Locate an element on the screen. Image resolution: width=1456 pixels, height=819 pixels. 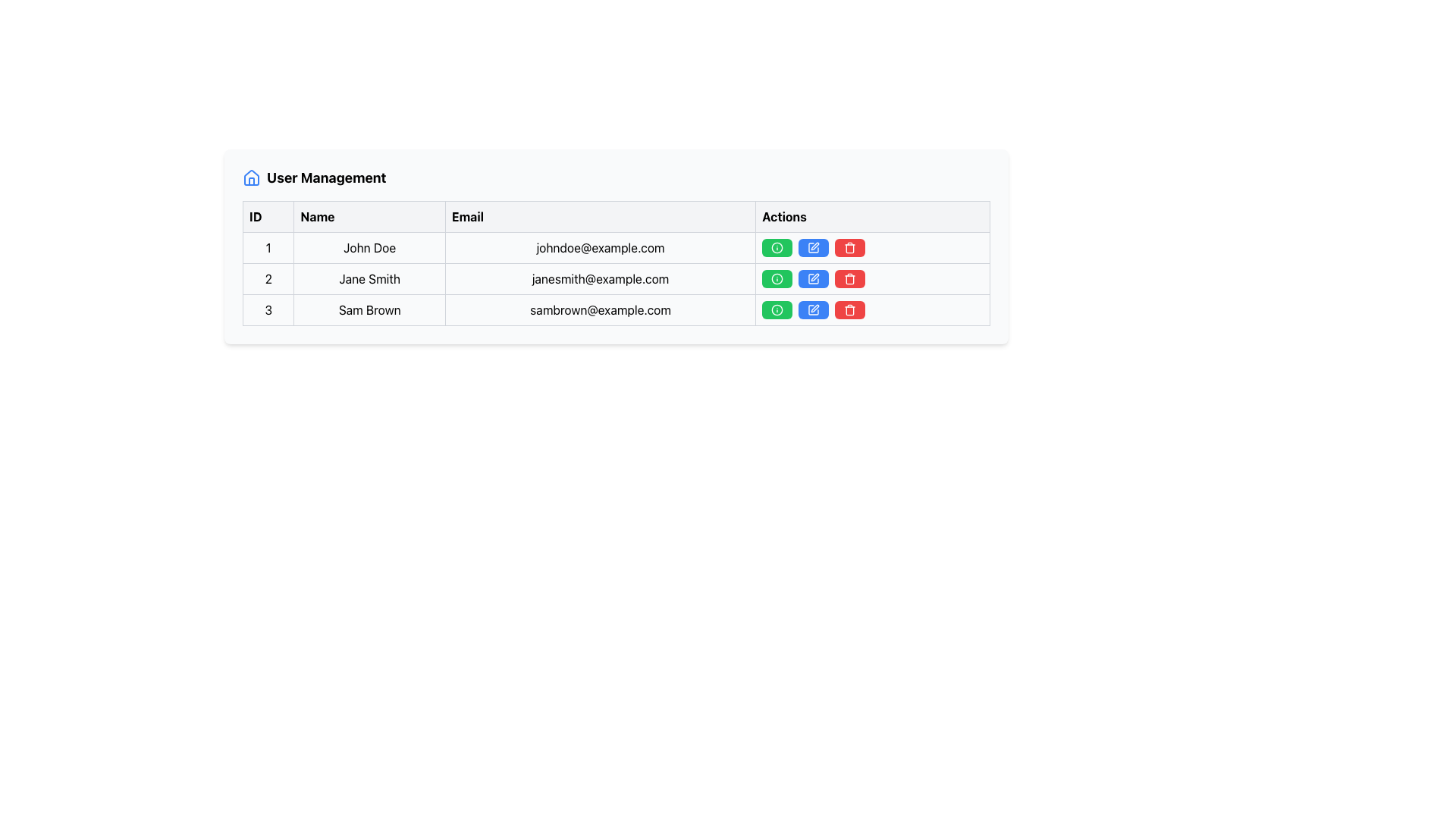
the green circular button with an 'i' symbol located in the 'Actions' column next to the email 'johndoe@example.com' is located at coordinates (777, 247).